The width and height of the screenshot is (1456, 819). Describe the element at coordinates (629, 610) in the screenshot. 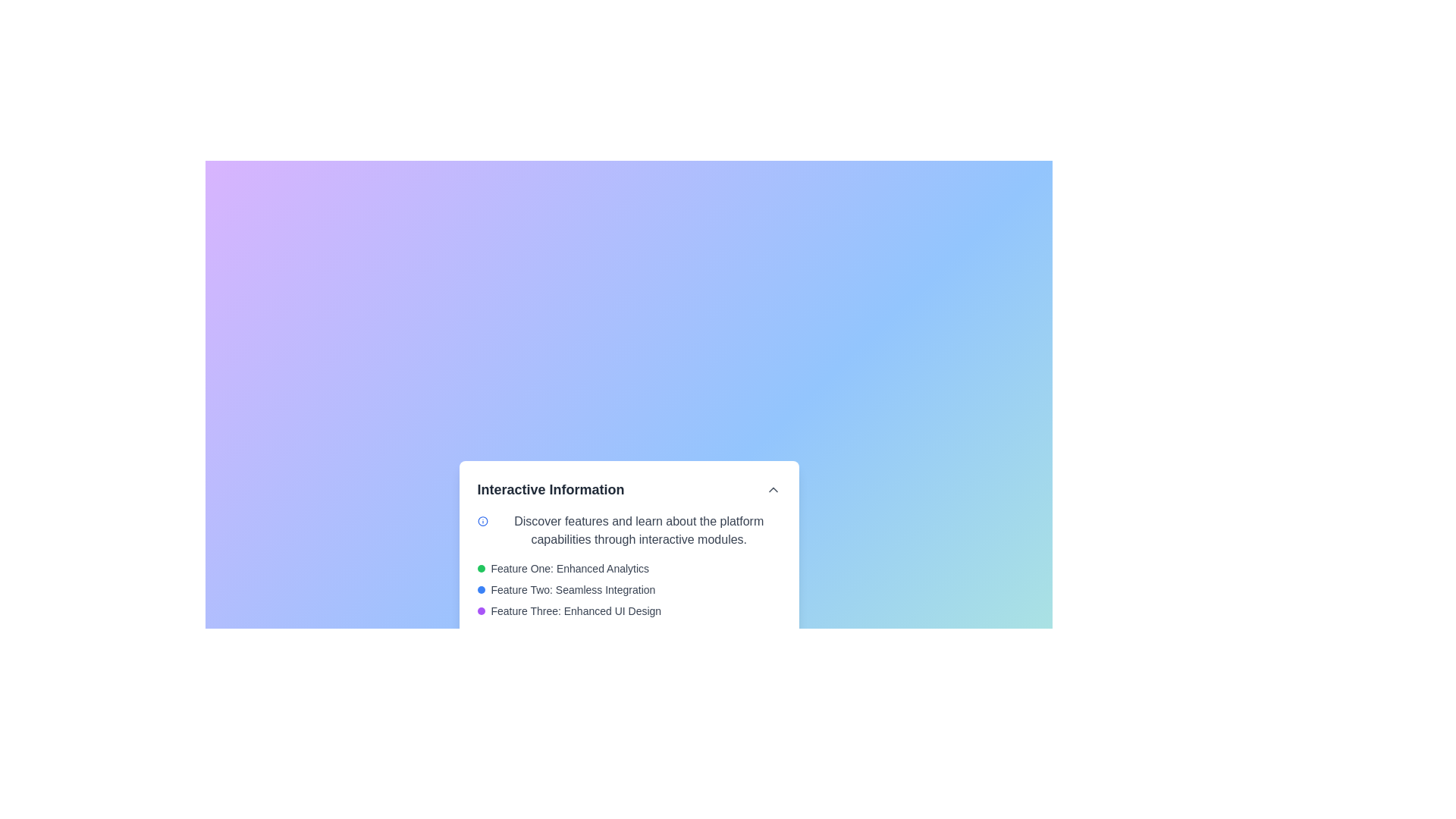

I see `the informational item labeled 'Enhanced UI Design', which is the third item in the vertical list of features, indicated by a purple dot` at that location.